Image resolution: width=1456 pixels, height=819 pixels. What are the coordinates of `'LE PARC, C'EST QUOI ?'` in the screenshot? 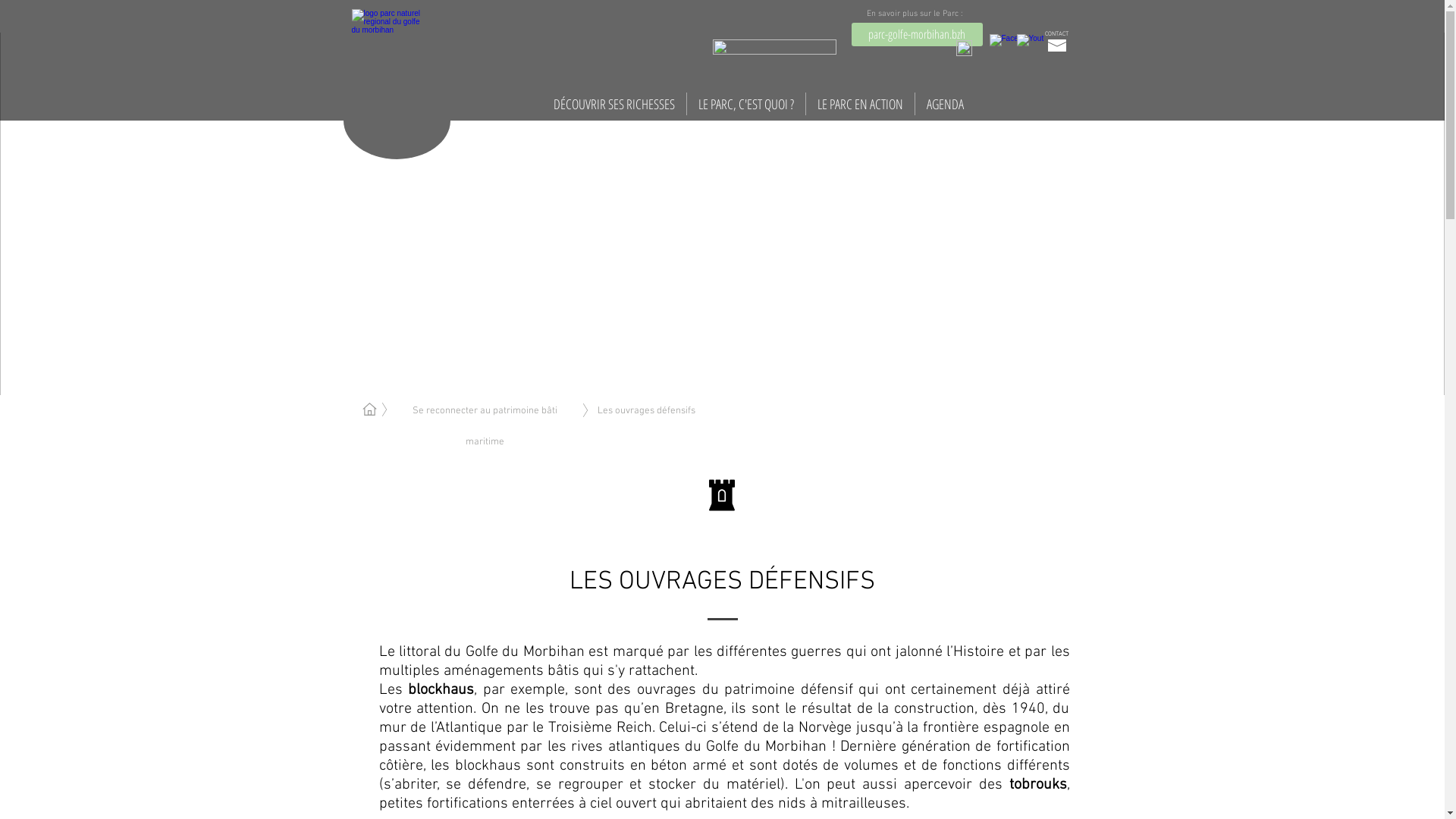 It's located at (745, 103).